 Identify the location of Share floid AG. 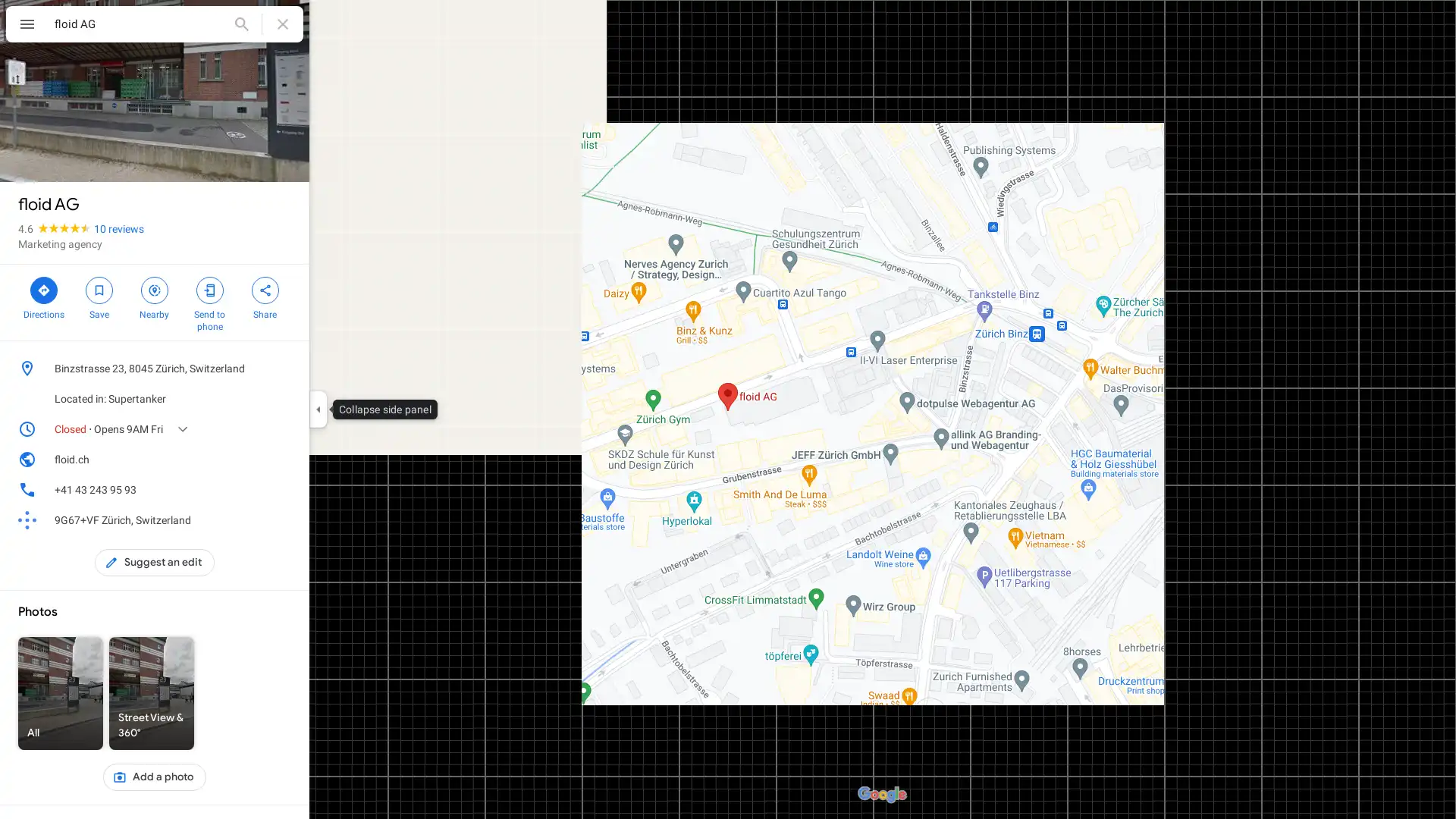
(265, 296).